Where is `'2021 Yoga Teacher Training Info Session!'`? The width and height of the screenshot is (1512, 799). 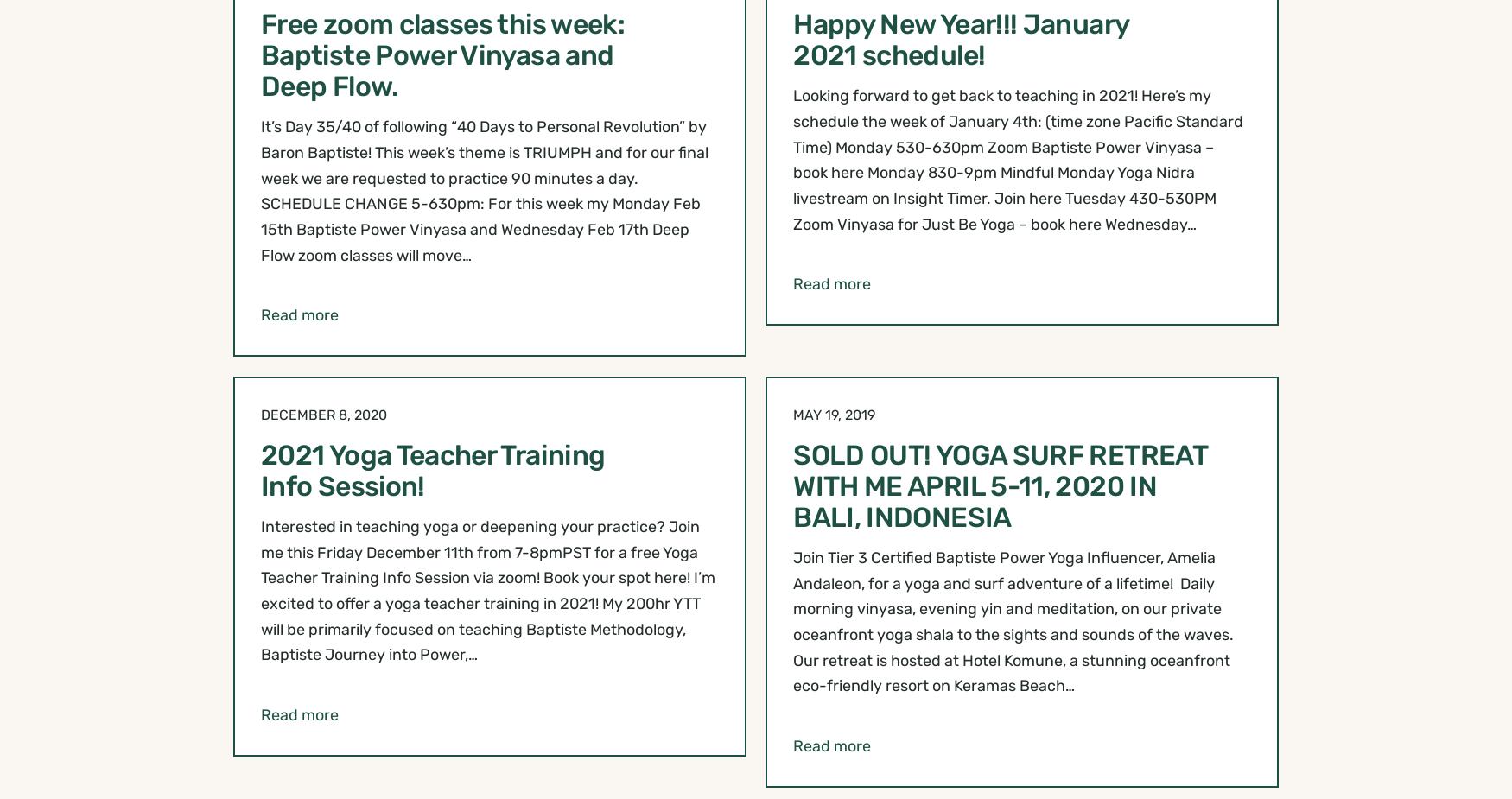
'2021 Yoga Teacher Training Info Session!' is located at coordinates (432, 469).